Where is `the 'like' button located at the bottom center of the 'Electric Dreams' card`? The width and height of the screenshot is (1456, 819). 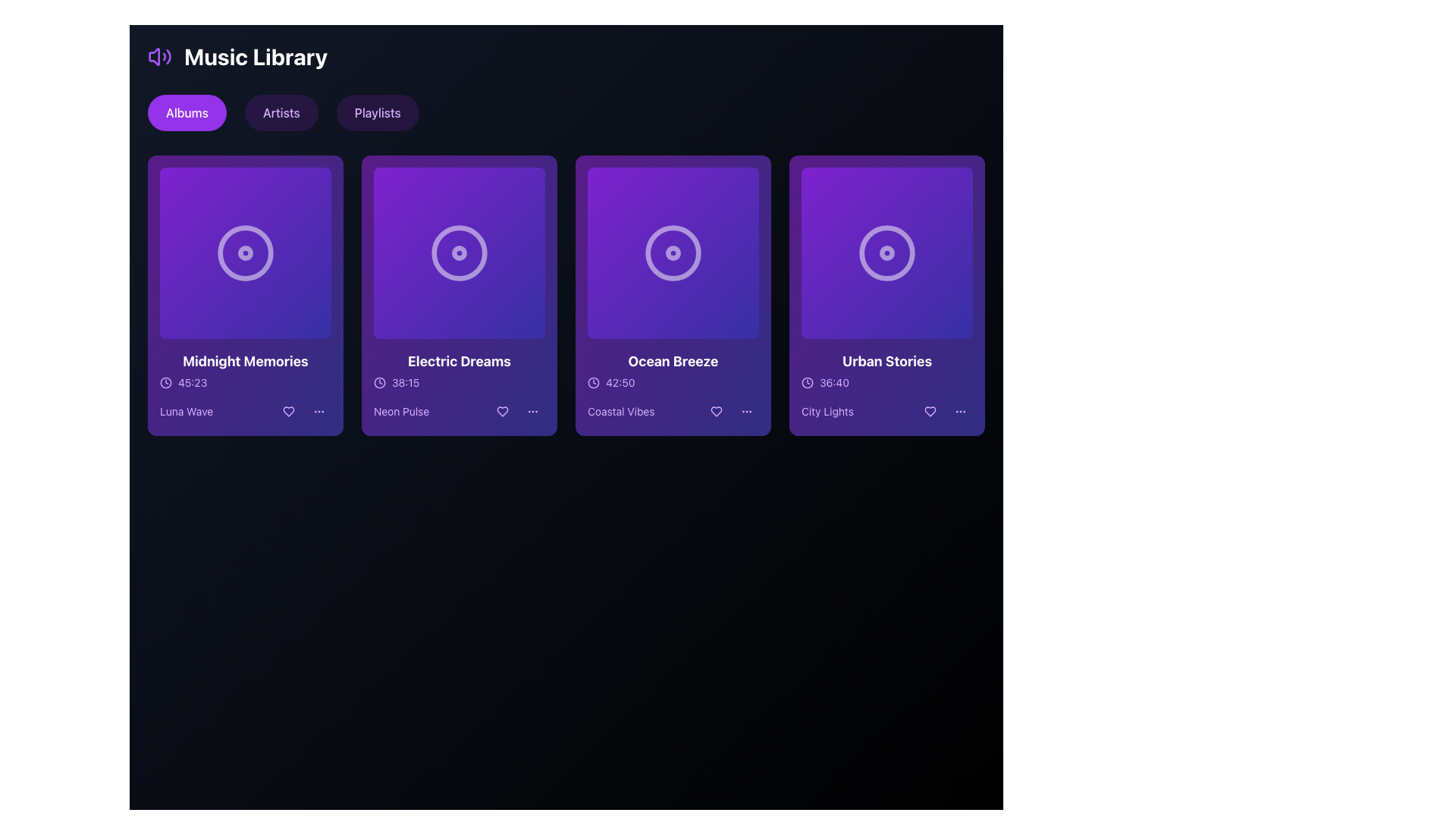 the 'like' button located at the bottom center of the 'Electric Dreams' card is located at coordinates (502, 412).